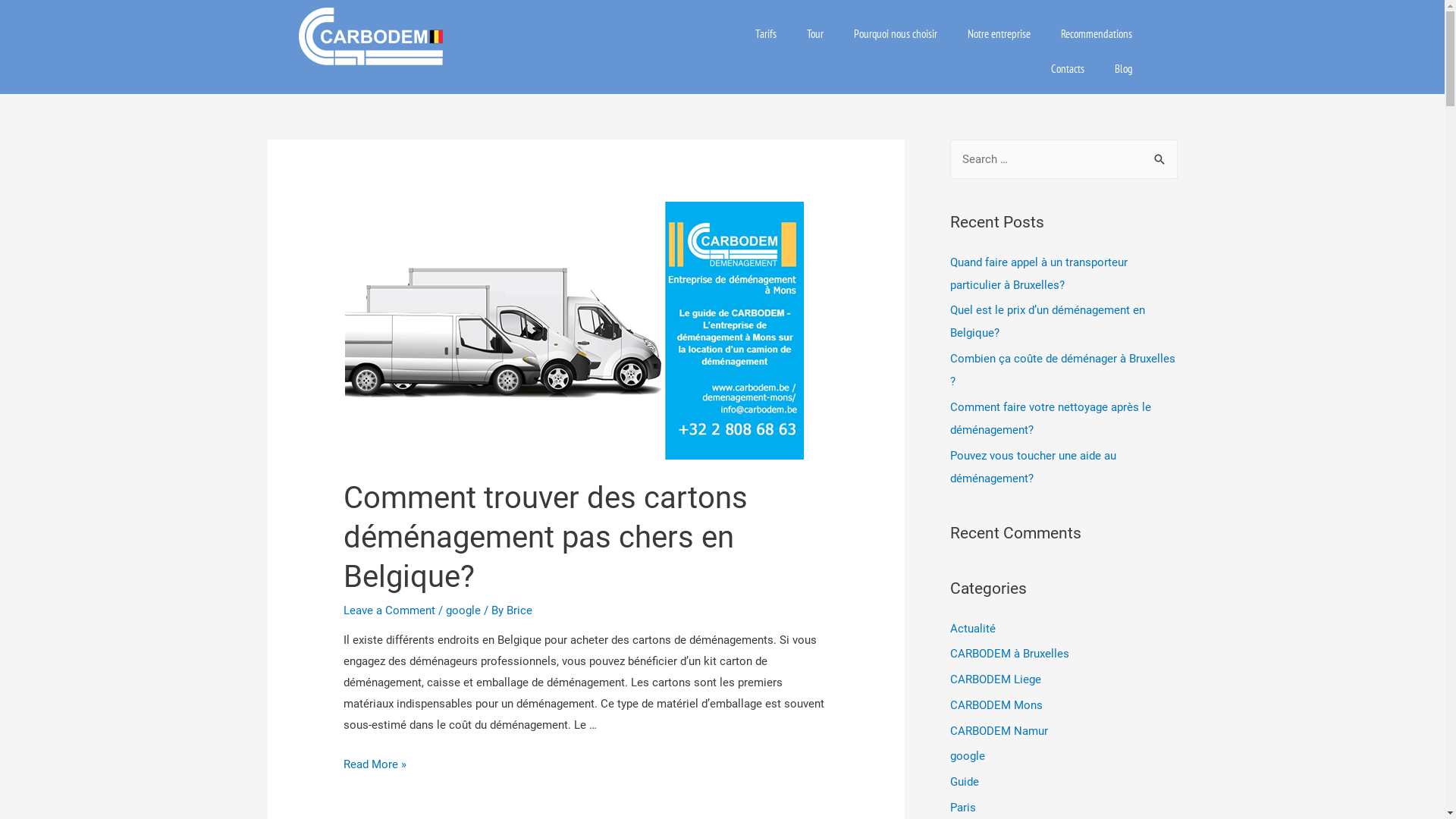 Image resolution: width=1456 pixels, height=819 pixels. What do you see at coordinates (1066, 69) in the screenshot?
I see `'Contacts'` at bounding box center [1066, 69].